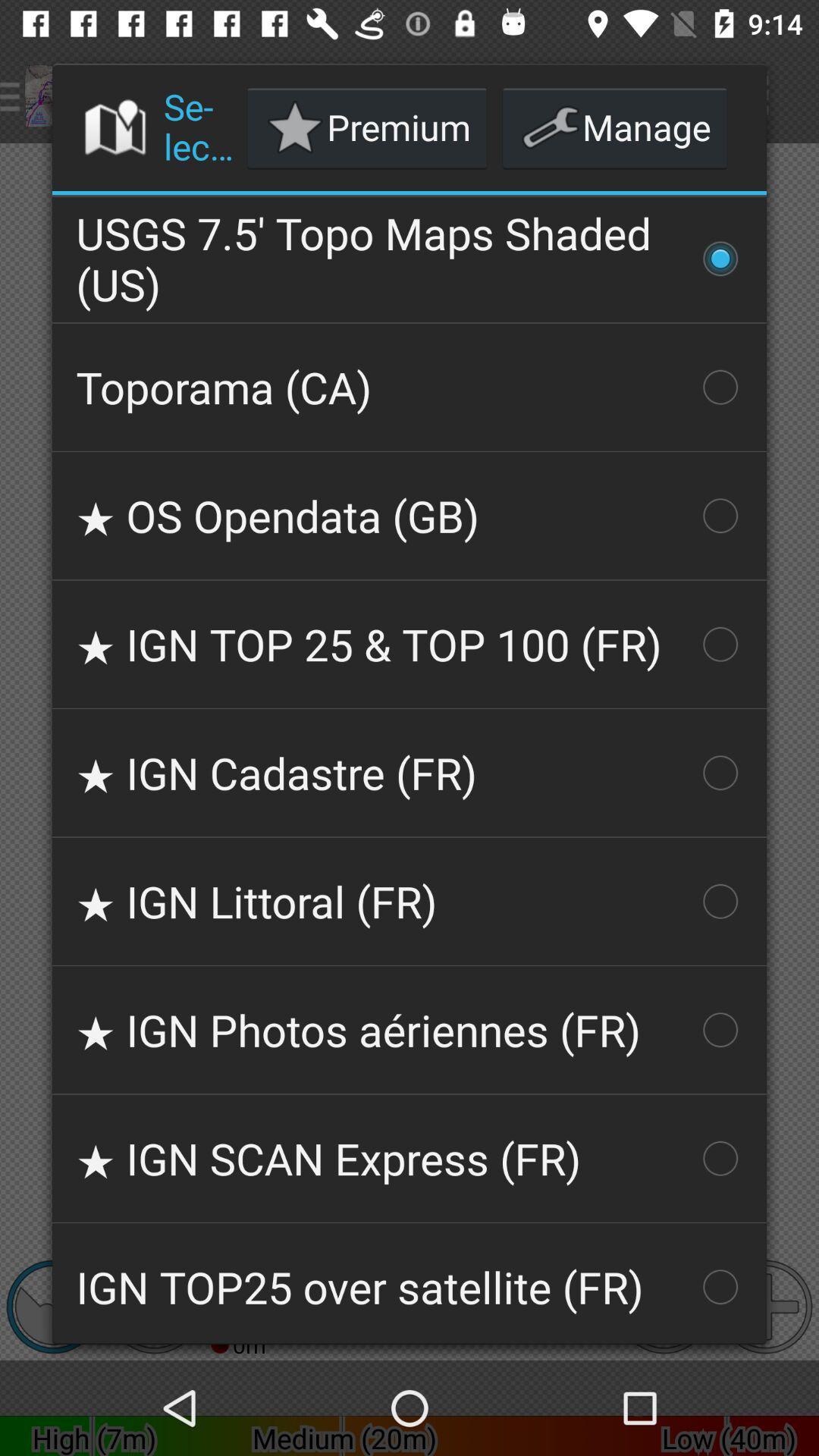 This screenshot has width=819, height=1456. What do you see at coordinates (614, 127) in the screenshot?
I see `icon next to premium` at bounding box center [614, 127].